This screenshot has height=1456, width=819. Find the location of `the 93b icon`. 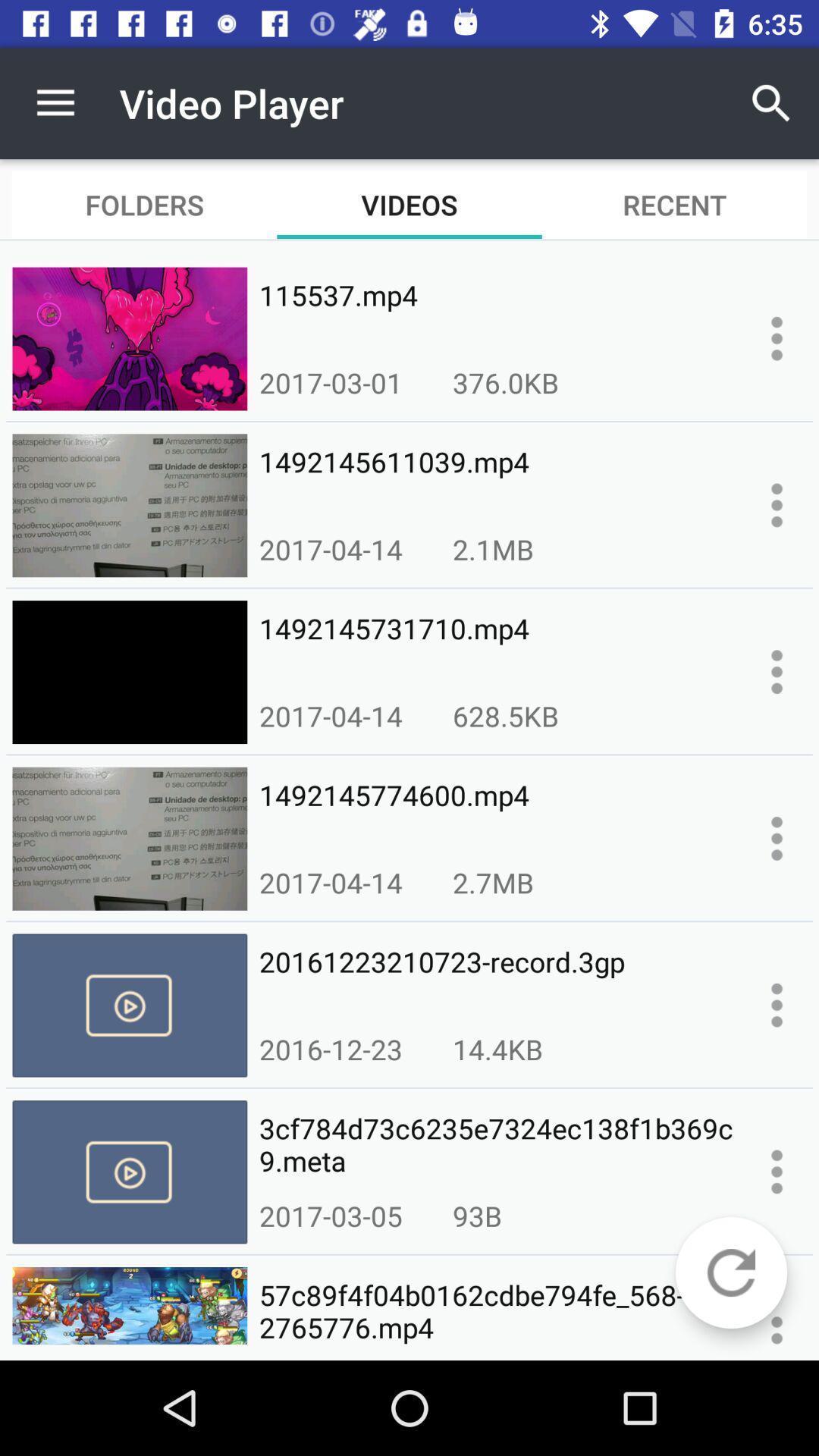

the 93b icon is located at coordinates (476, 1216).